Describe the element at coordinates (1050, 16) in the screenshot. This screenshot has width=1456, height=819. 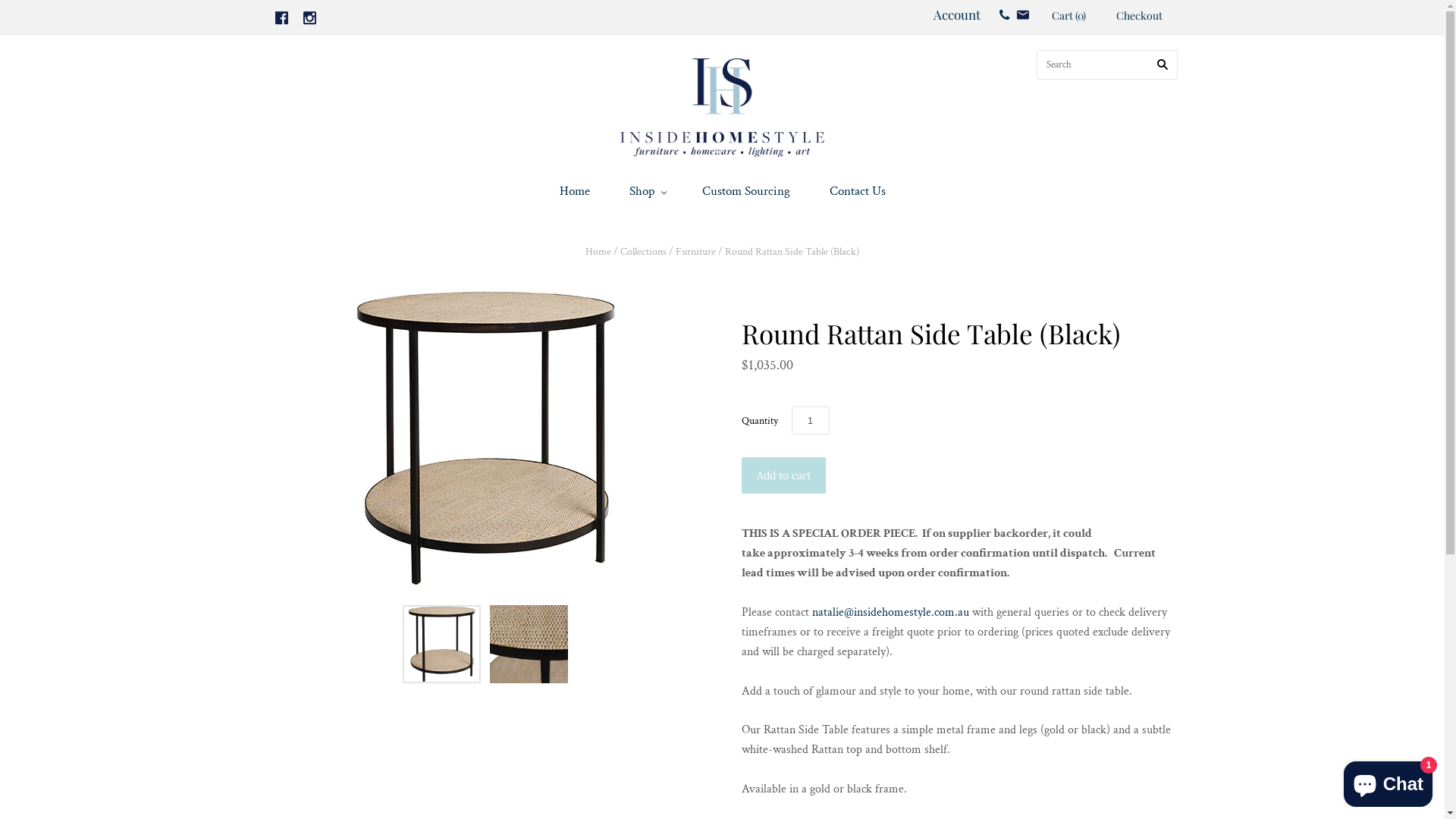
I see `'Cart (0)'` at that location.